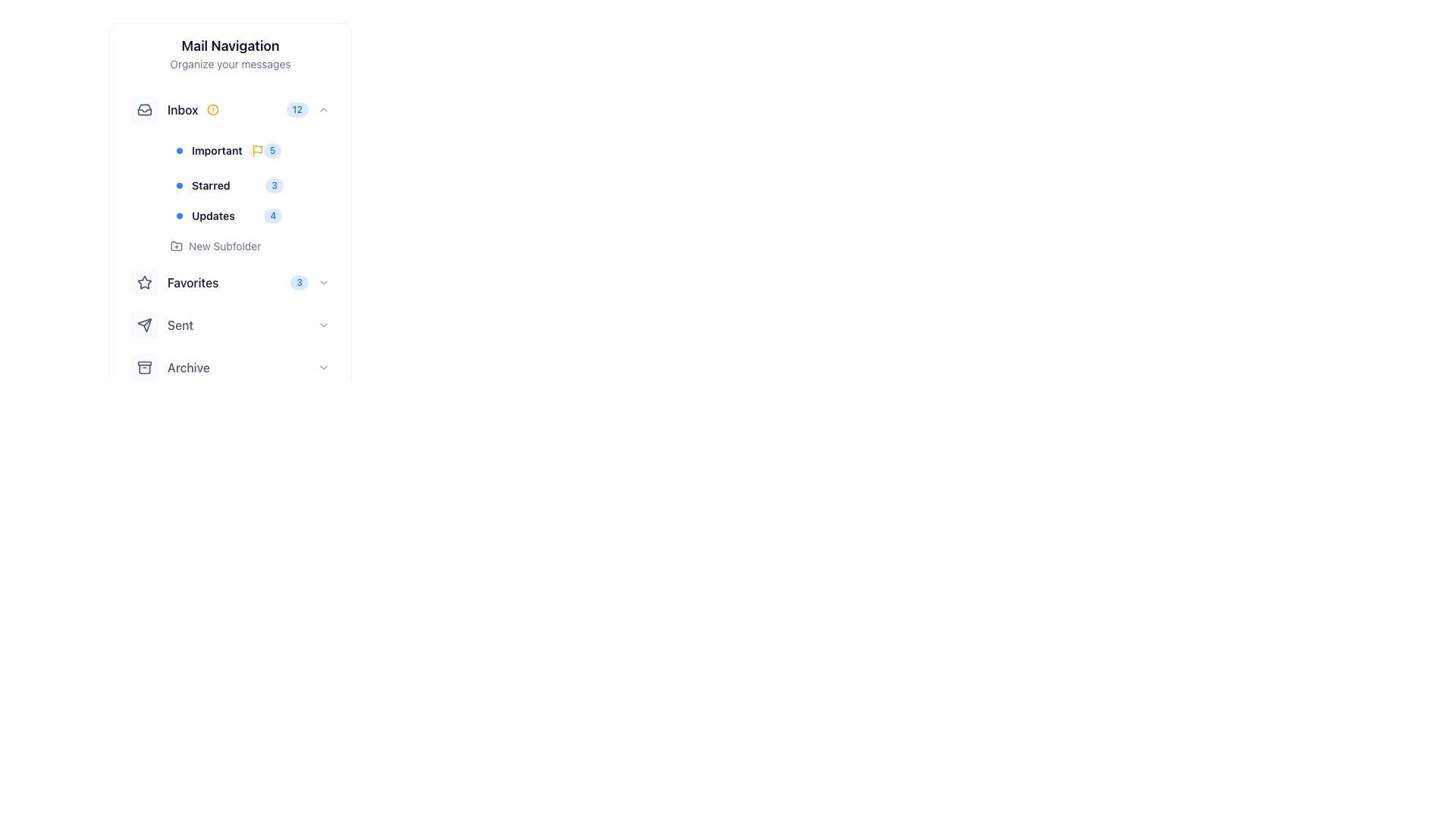 This screenshot has height=819, width=1456. Describe the element at coordinates (307, 109) in the screenshot. I see `the interactive dropdown arrow on the Badge located on the right side of the 'Inbox' label in the Mail Navigation menu` at that location.